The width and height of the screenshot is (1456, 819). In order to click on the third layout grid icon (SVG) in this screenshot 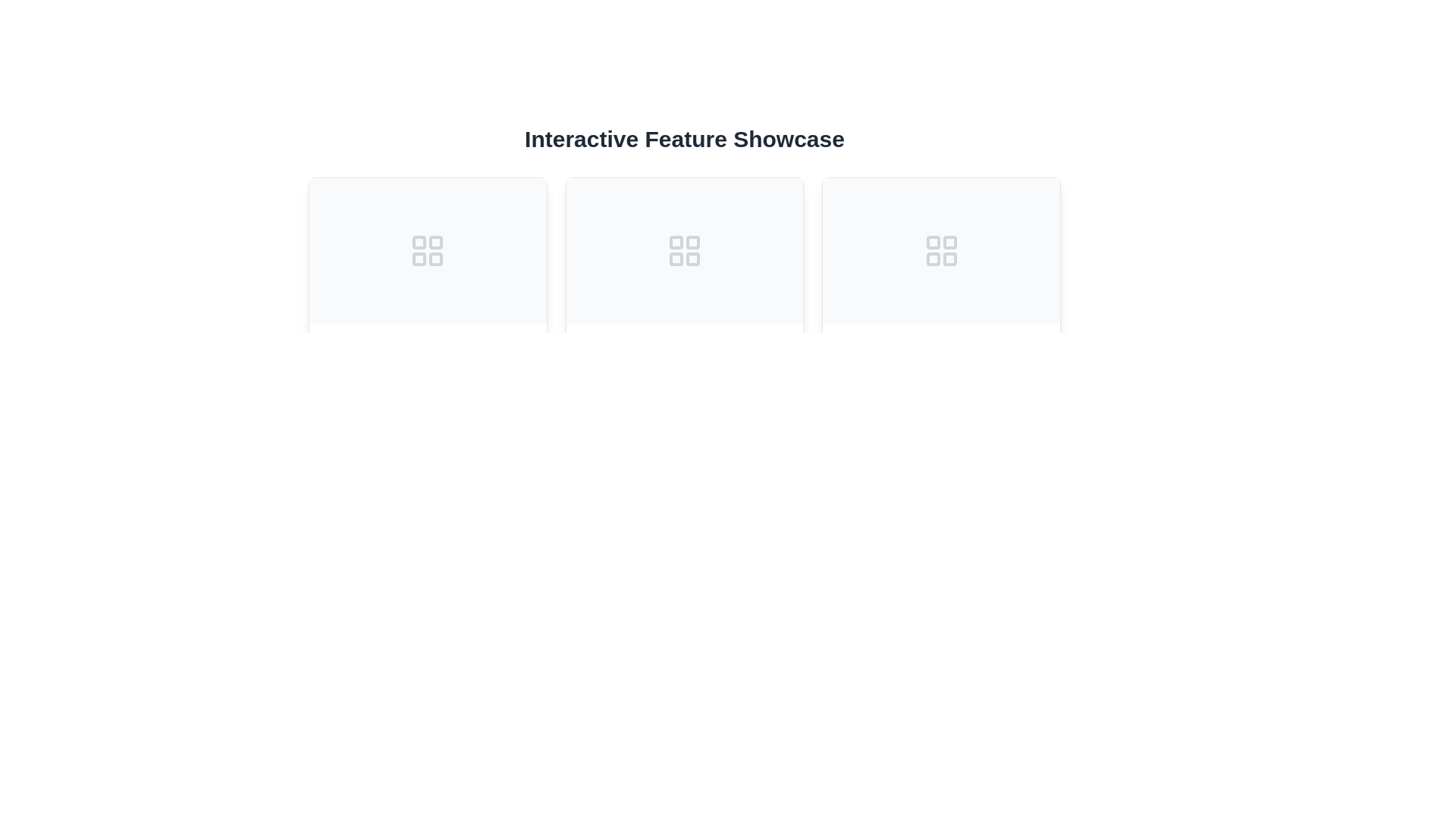, I will do `click(940, 250)`.